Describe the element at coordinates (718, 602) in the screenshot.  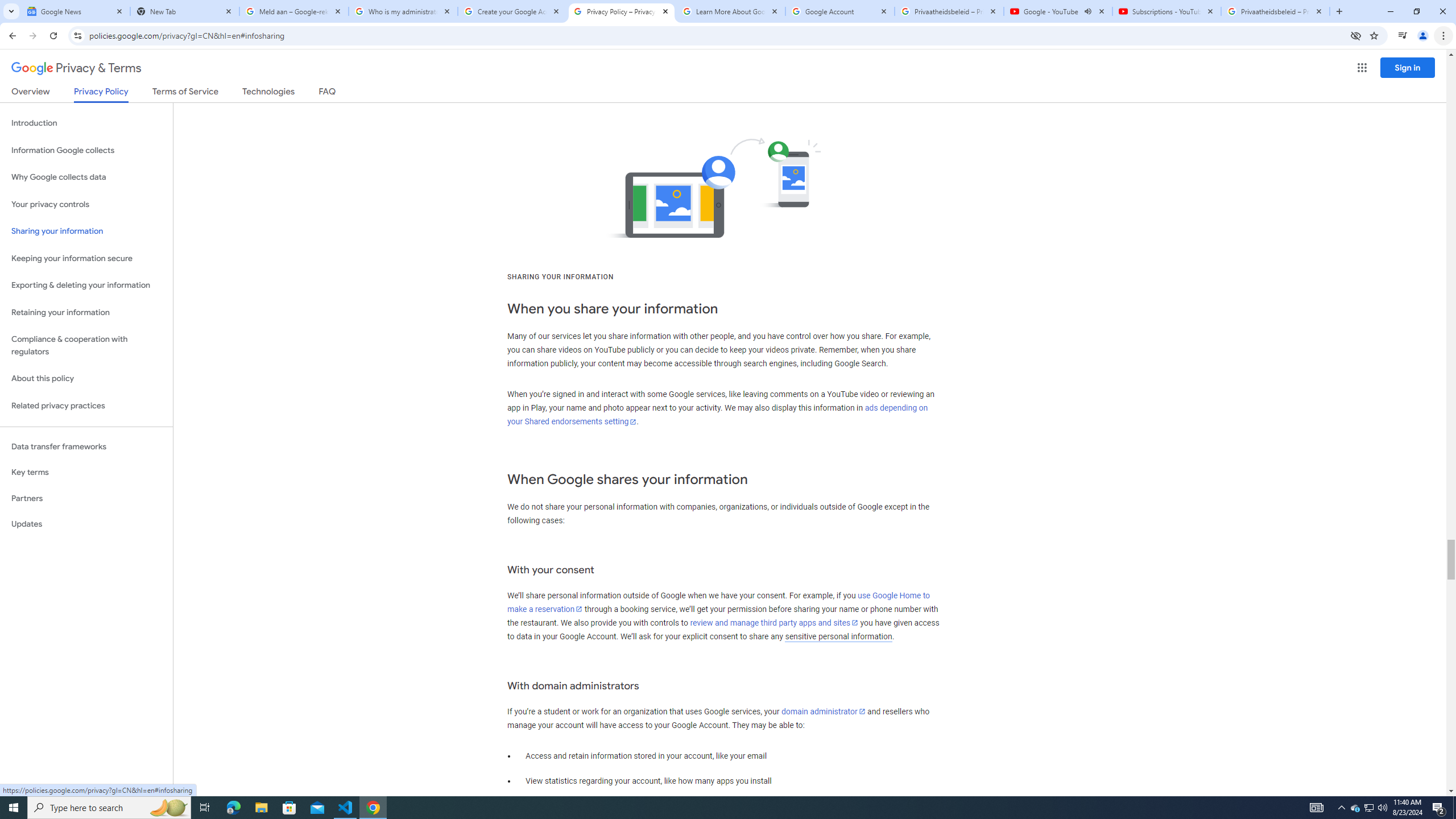
I see `'use Google Home to make a reservation'` at that location.